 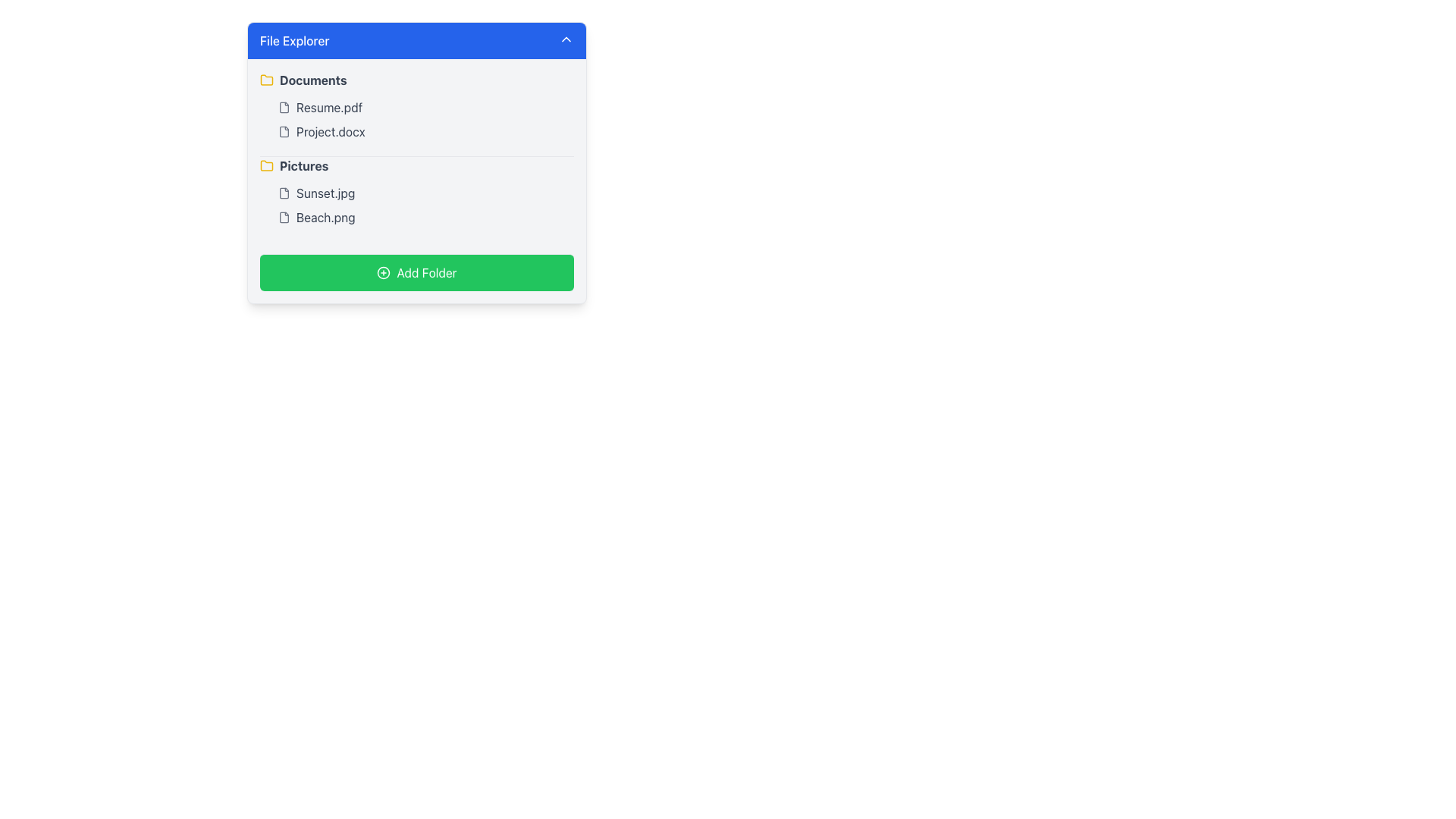 I want to click on the folder icon representing the 'Pictures' section within the file explorer, located to the left of the text 'Pictures', so click(x=266, y=165).